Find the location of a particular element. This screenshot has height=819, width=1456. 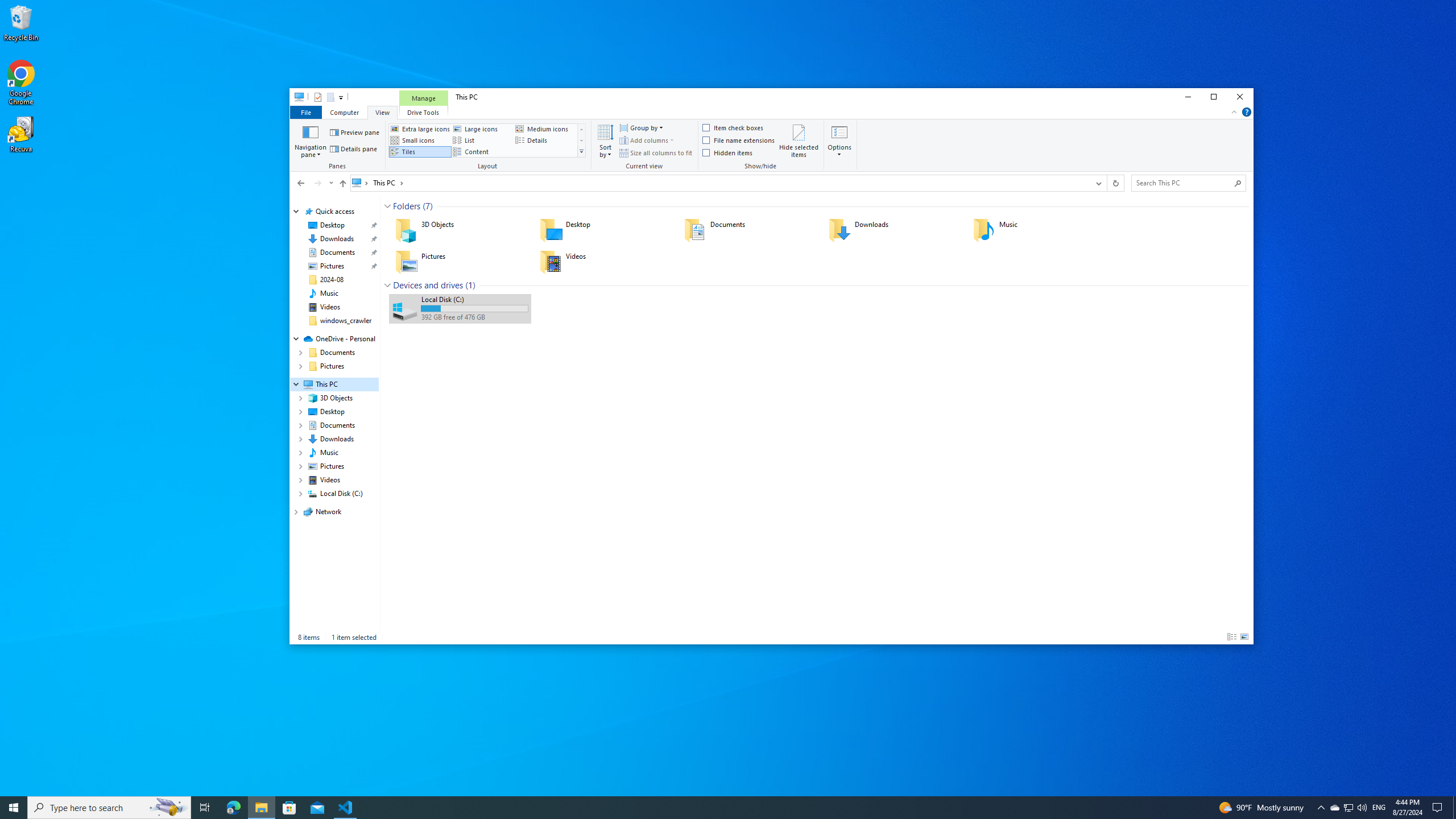

'Panes' is located at coordinates (338, 146).